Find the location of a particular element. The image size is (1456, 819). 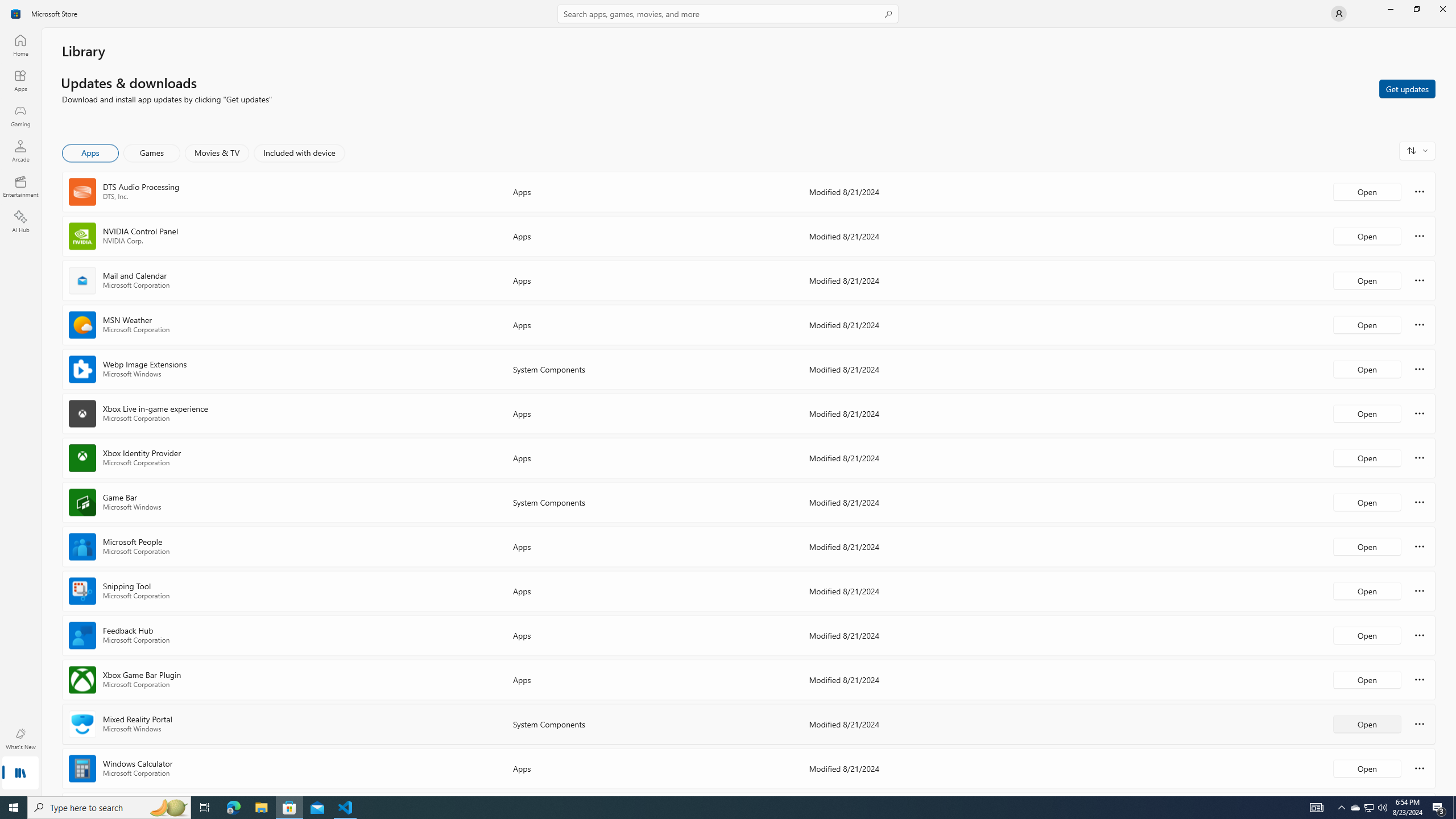

'Apps' is located at coordinates (19, 80).